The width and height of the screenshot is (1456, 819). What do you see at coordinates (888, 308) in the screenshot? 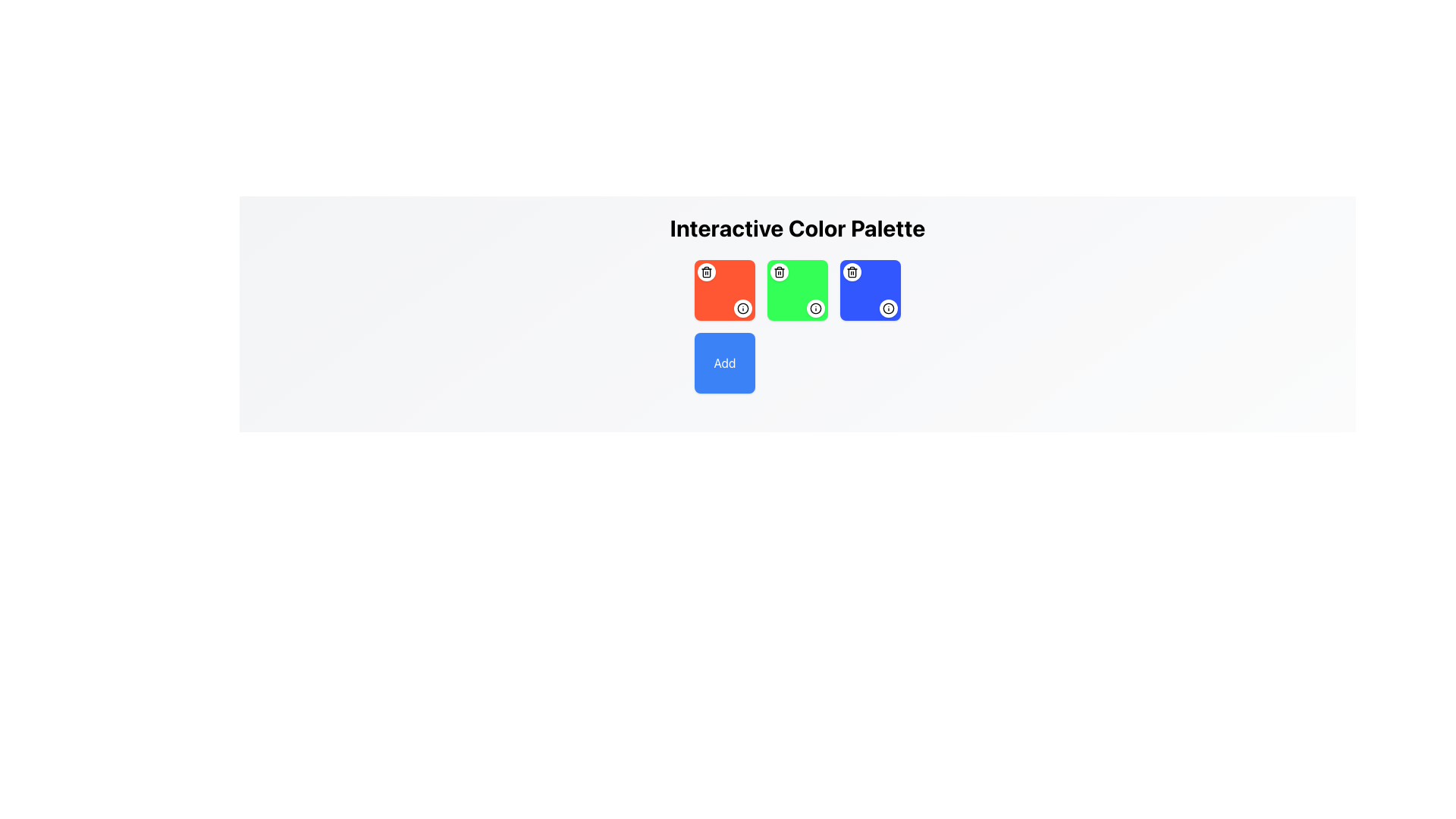
I see `the information button located in the bottom-right corner of the third blue tile to show additional details about it` at bounding box center [888, 308].